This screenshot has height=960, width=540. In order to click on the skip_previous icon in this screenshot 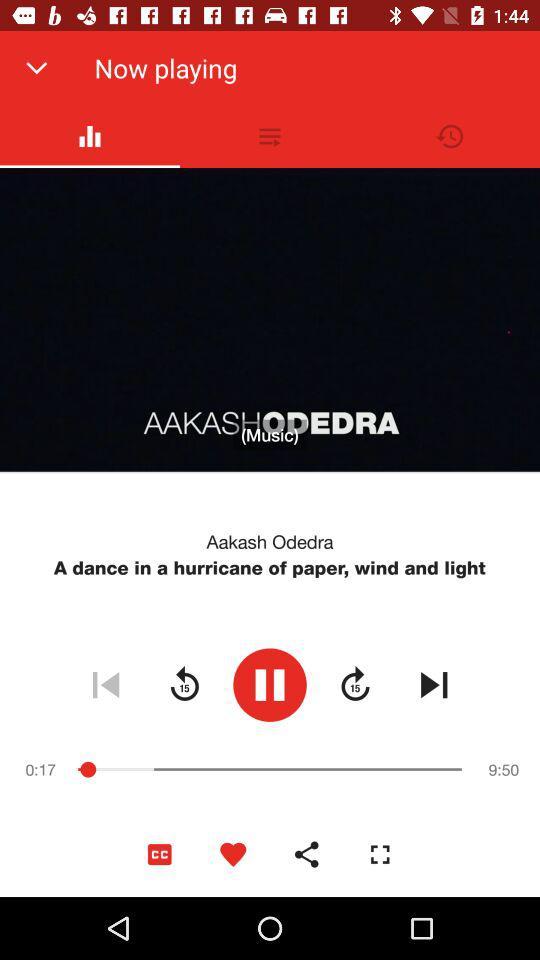, I will do `click(105, 684)`.